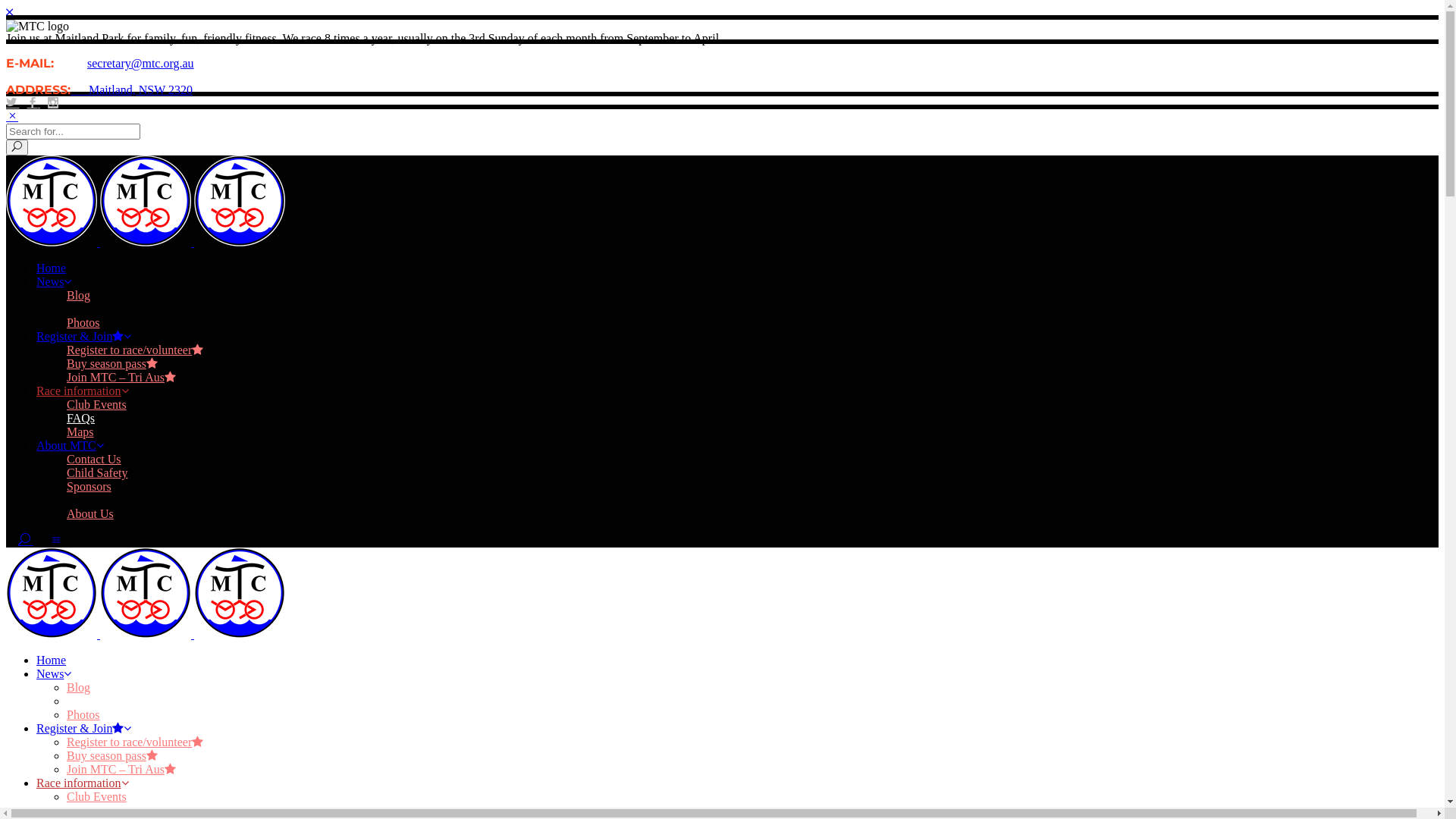 This screenshot has height=819, width=1456. I want to click on 'Blog', so click(77, 687).